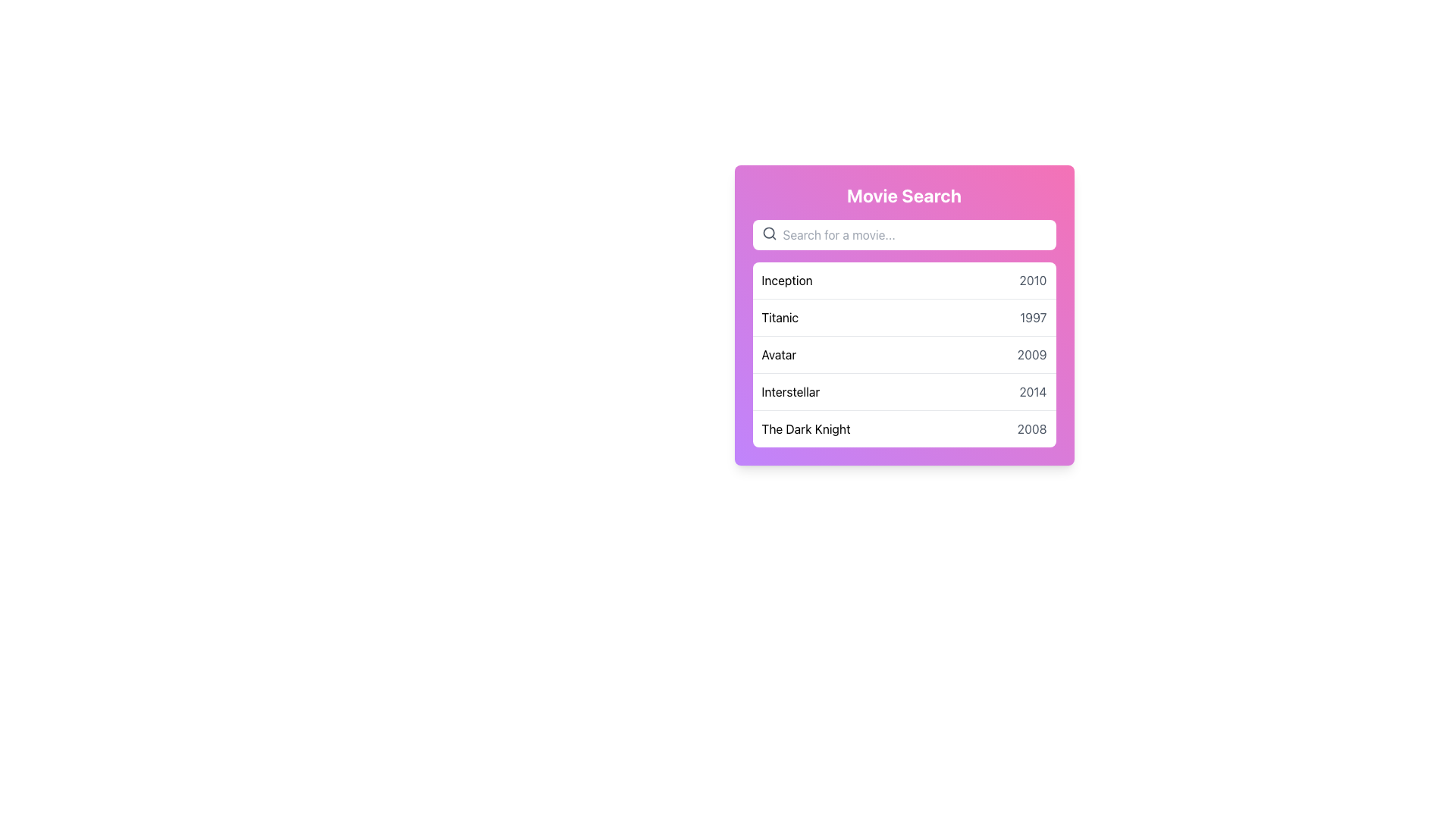 This screenshot has width=1456, height=819. I want to click on the first selectable list item displaying 'Inception' and '2010', so click(904, 281).